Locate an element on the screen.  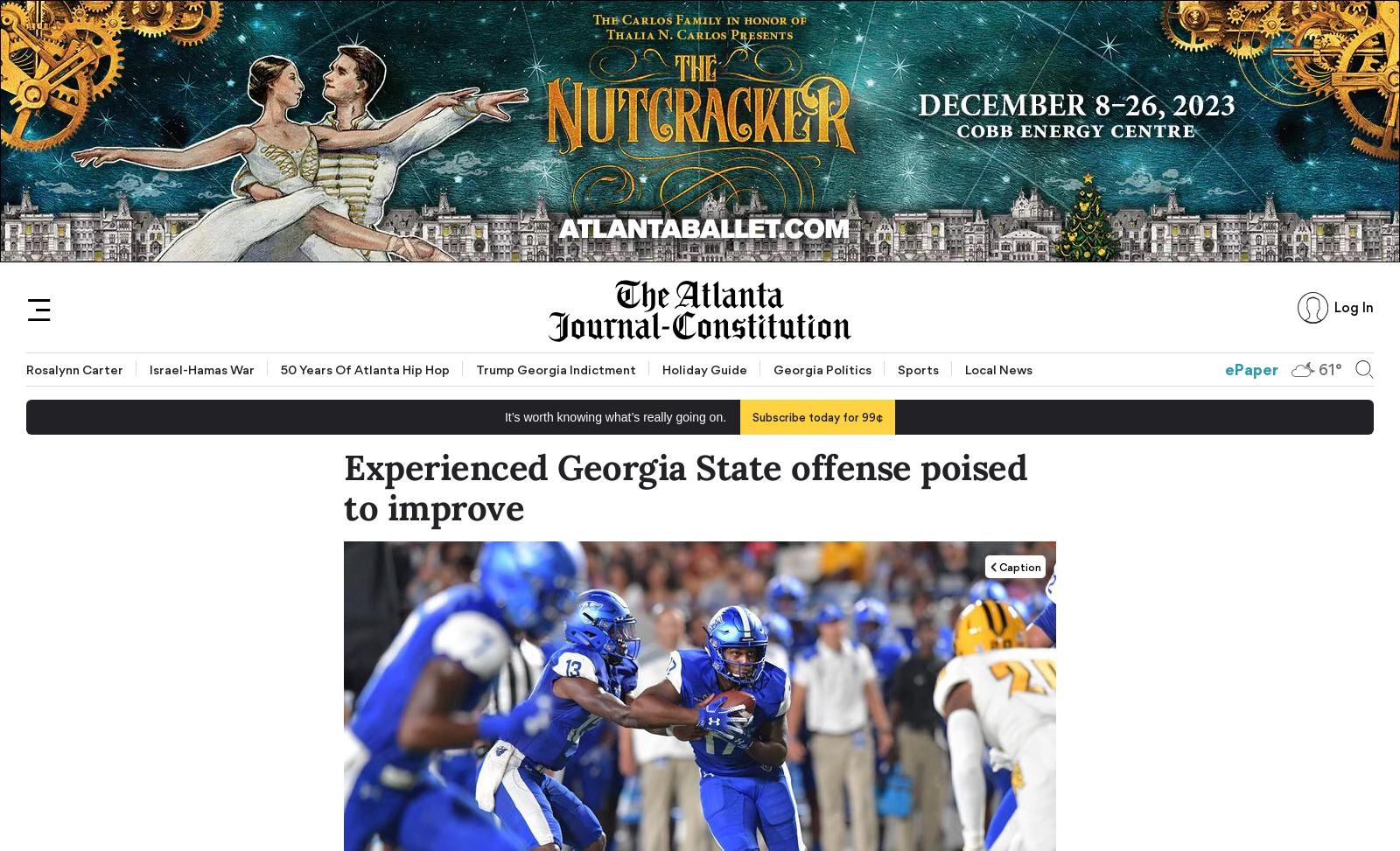
'Georgia Politics' is located at coordinates (822, 369).